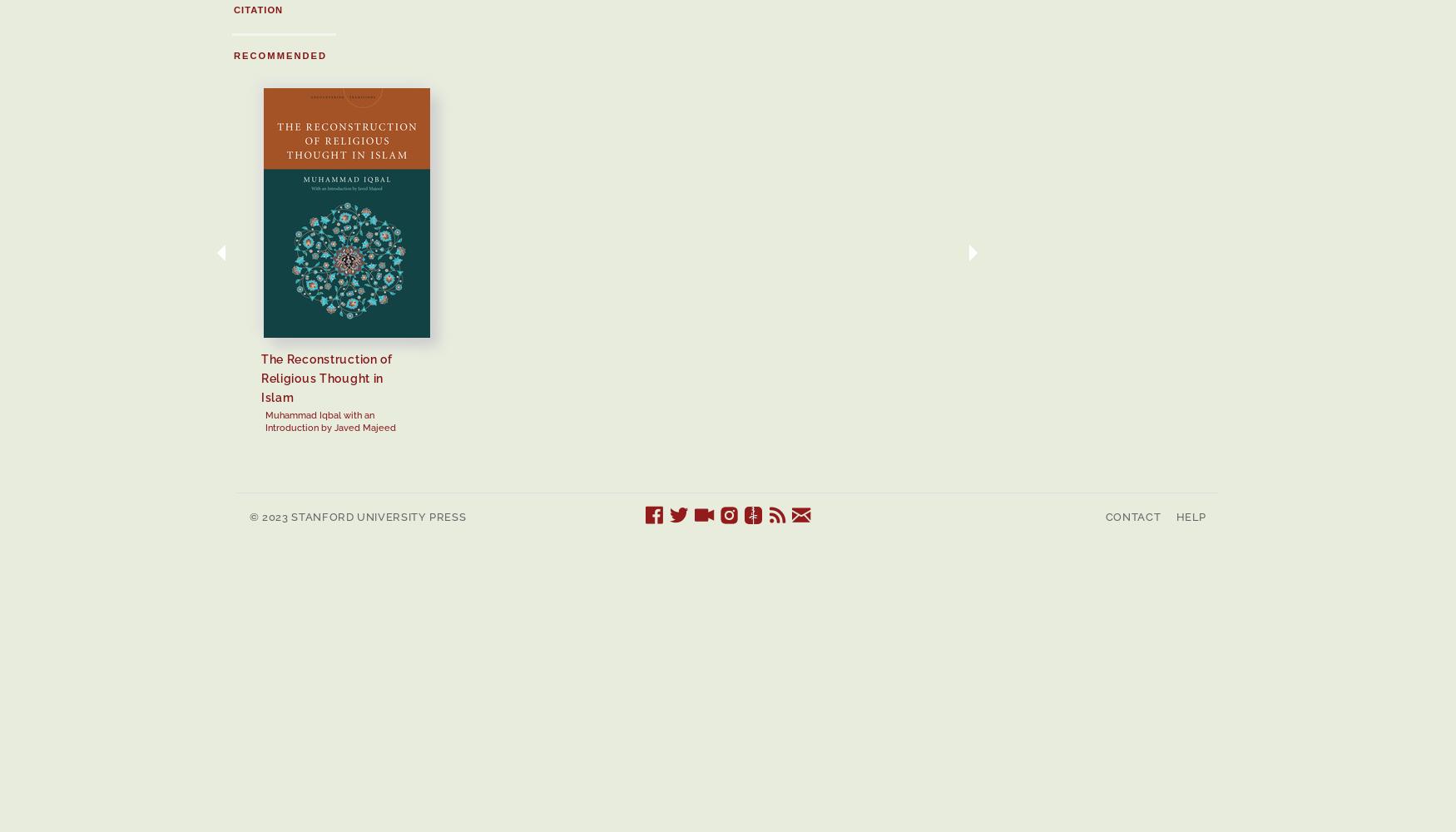  I want to click on 'Muhammad Iqbal with an Introduction by Javed Majeed', so click(329, 421).